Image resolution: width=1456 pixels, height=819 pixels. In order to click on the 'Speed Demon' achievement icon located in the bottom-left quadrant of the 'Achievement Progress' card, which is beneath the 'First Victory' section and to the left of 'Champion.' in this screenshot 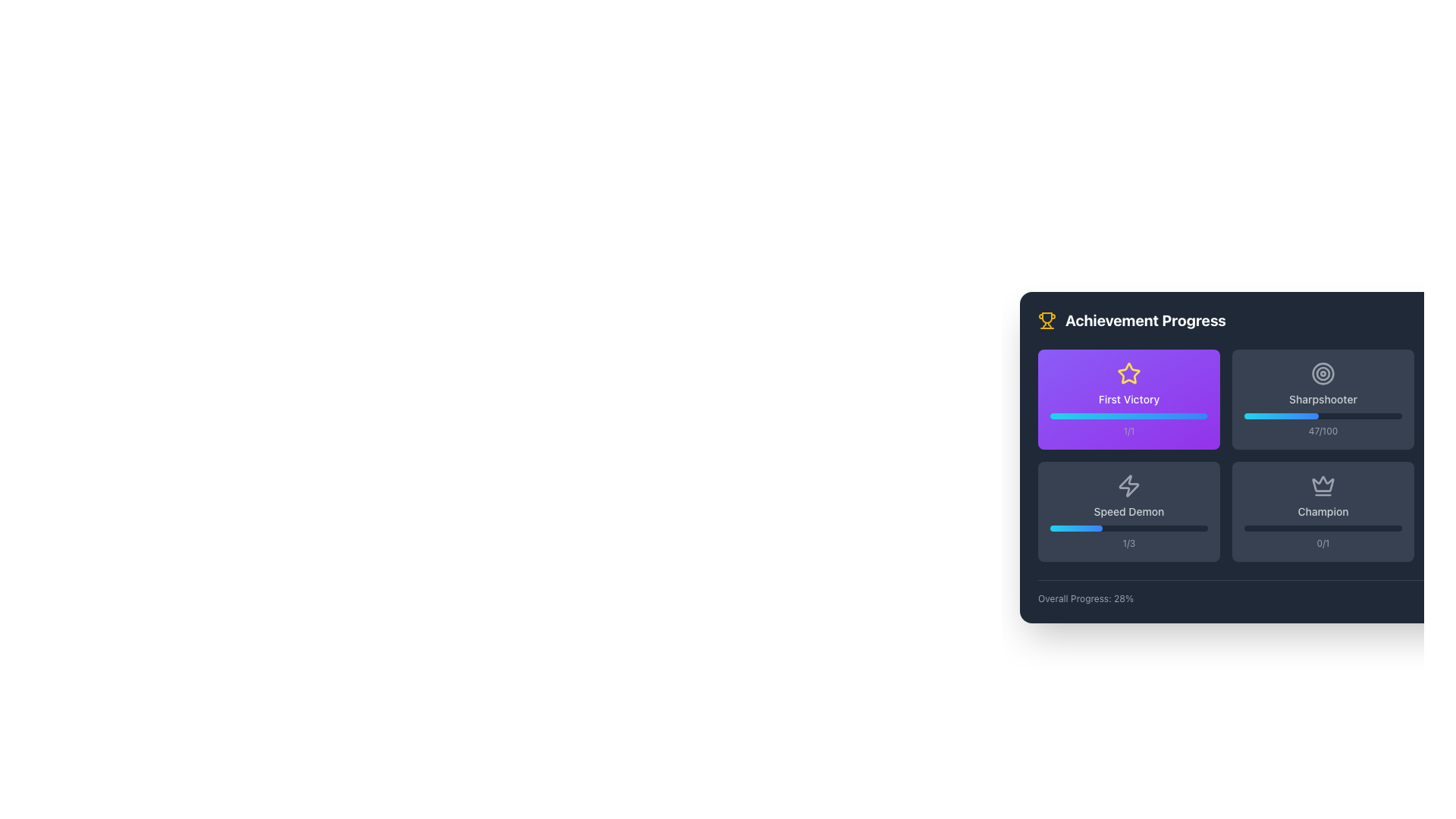, I will do `click(1128, 485)`.